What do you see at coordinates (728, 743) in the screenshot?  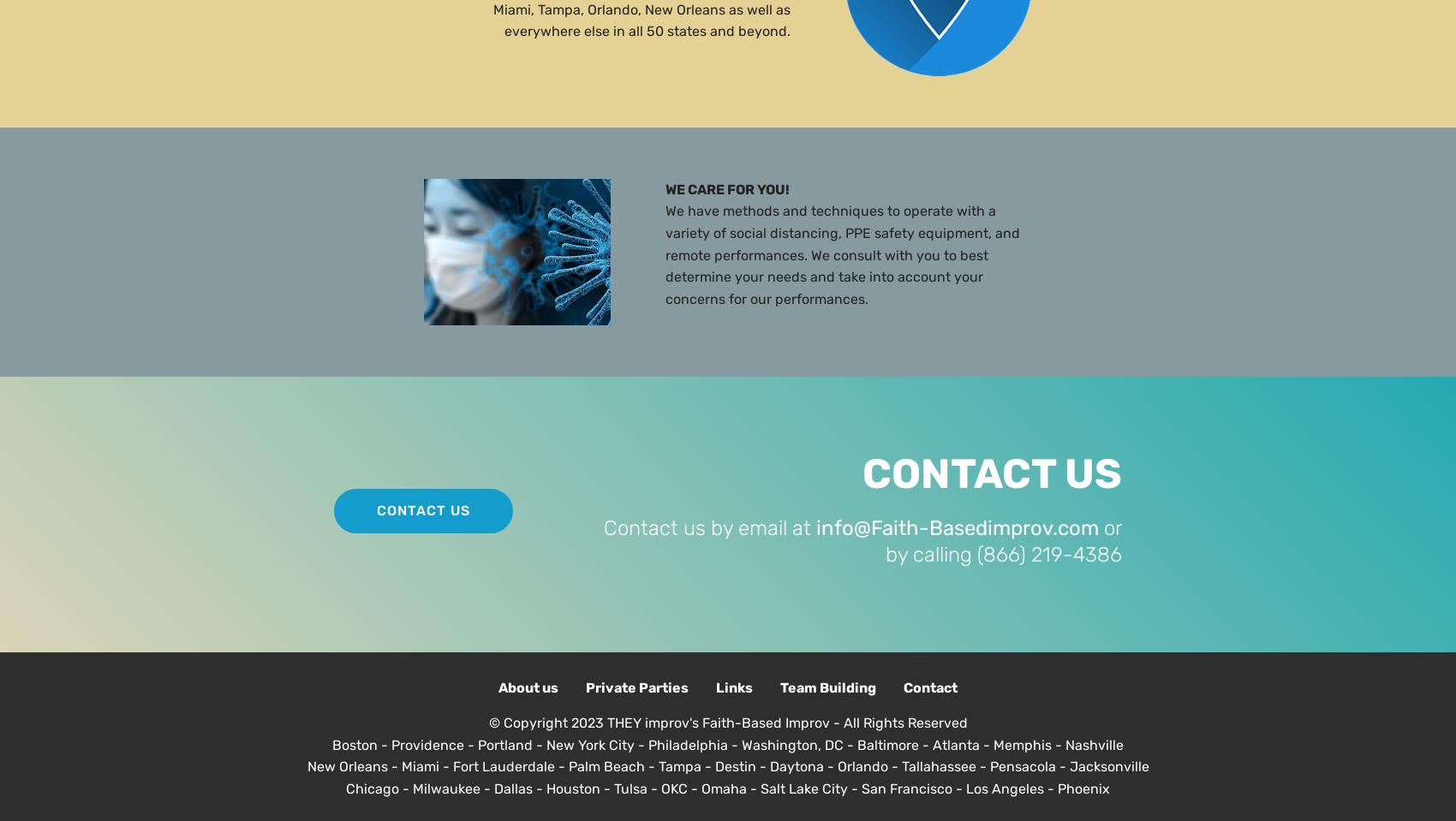 I see `'Boston - Providence - Portland - New York City - Philadelphia - Washington, DC - Baltimore - Atlanta - Memphis - Nashville'` at bounding box center [728, 743].